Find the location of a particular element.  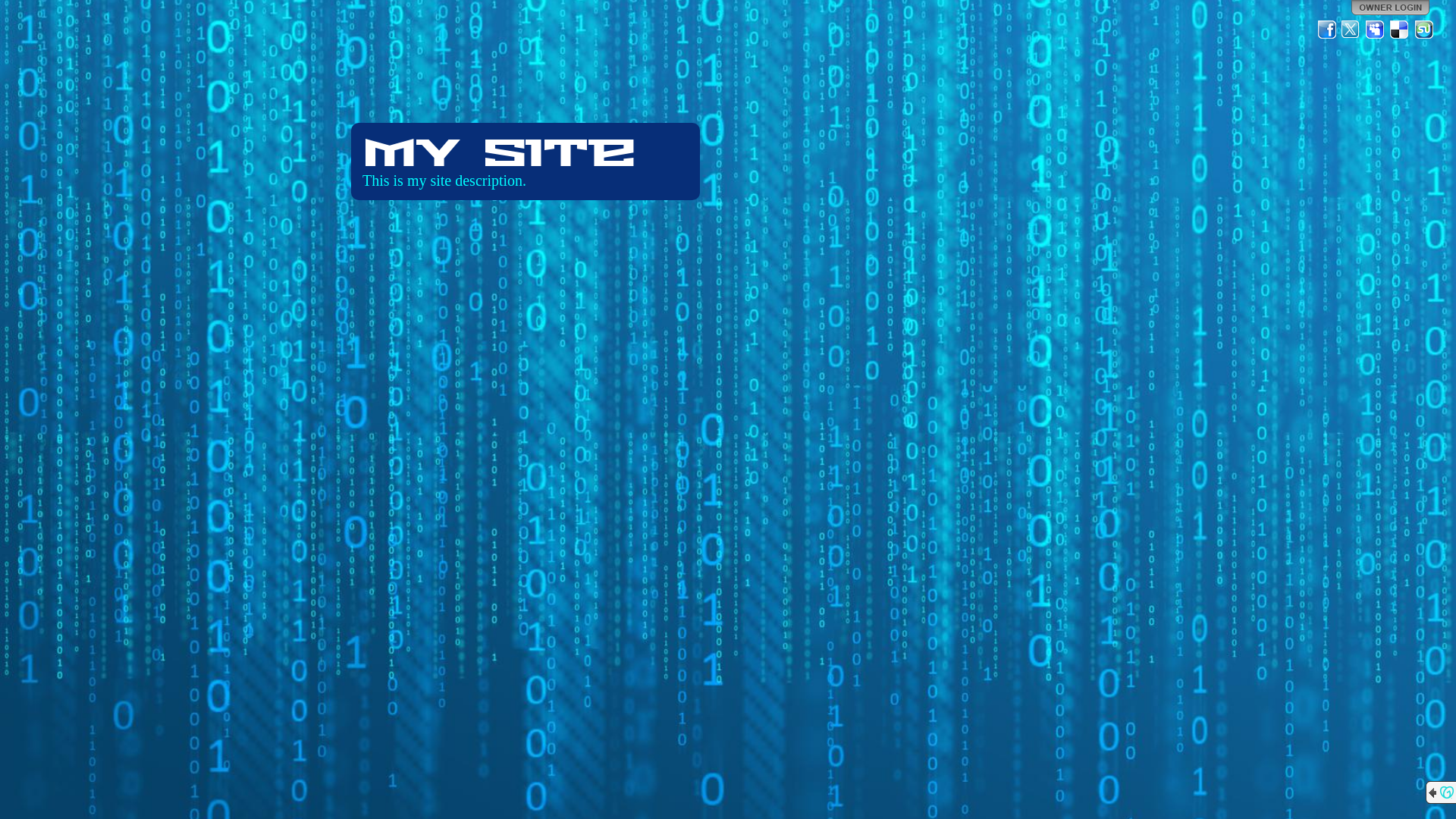

'StumbleUpon' is located at coordinates (1412, 29).